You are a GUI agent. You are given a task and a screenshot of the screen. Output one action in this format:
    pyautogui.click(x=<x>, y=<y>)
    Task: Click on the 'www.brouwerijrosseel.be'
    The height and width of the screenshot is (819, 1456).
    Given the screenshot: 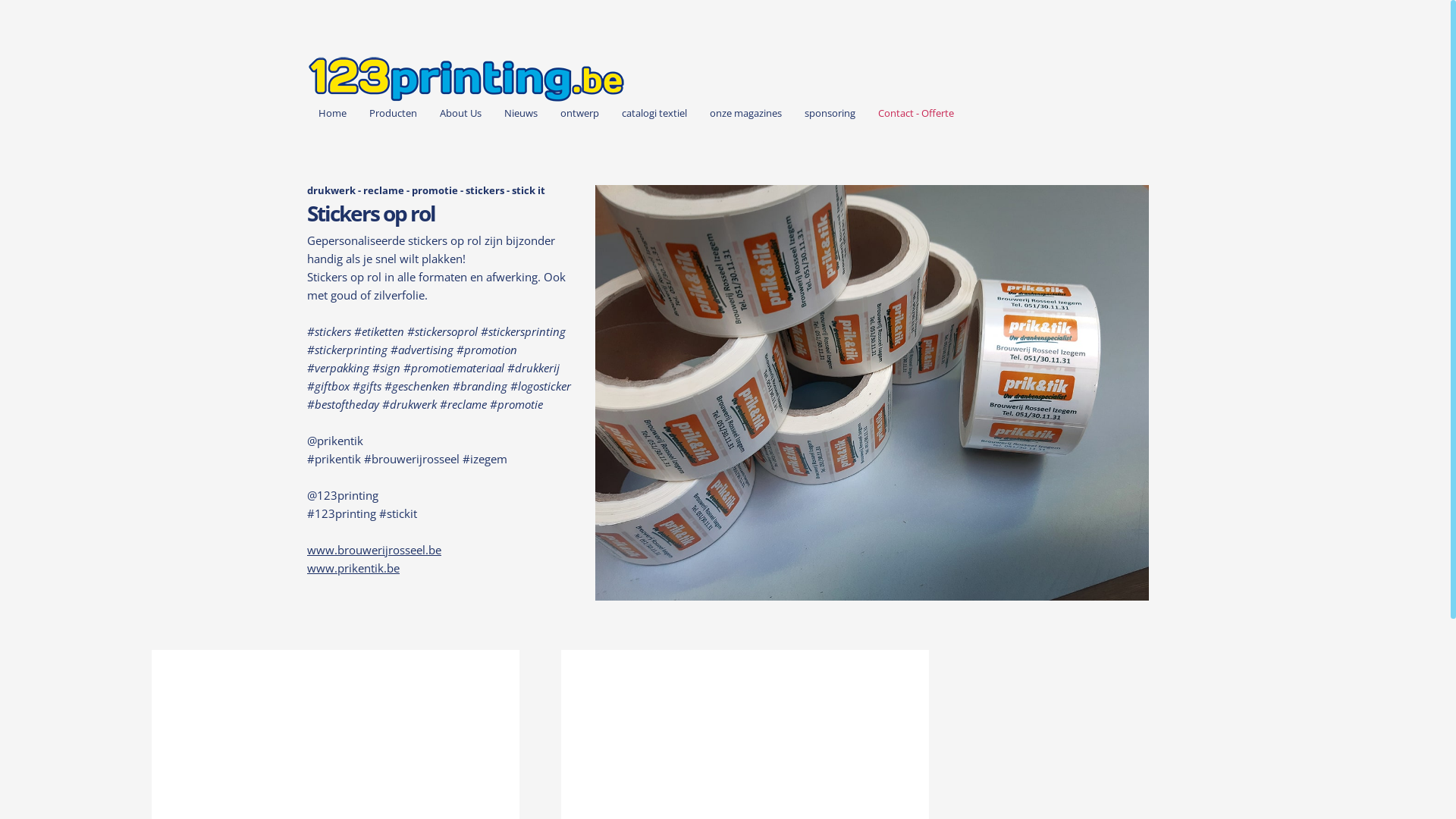 What is the action you would take?
    pyautogui.click(x=374, y=550)
    